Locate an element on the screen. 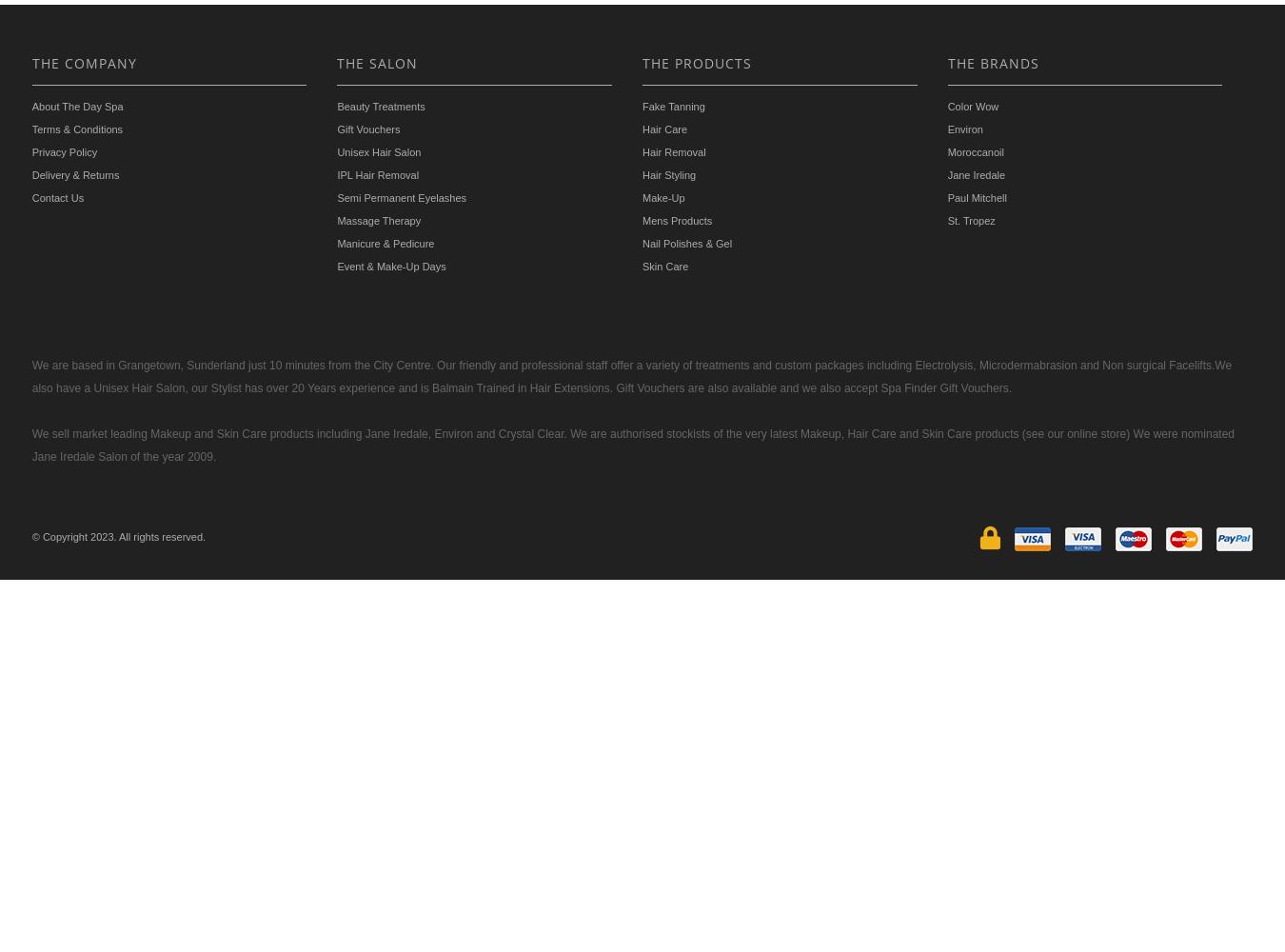 The height and width of the screenshot is (952, 1285). 'Semi Permanent Eyelashes' is located at coordinates (336, 196).